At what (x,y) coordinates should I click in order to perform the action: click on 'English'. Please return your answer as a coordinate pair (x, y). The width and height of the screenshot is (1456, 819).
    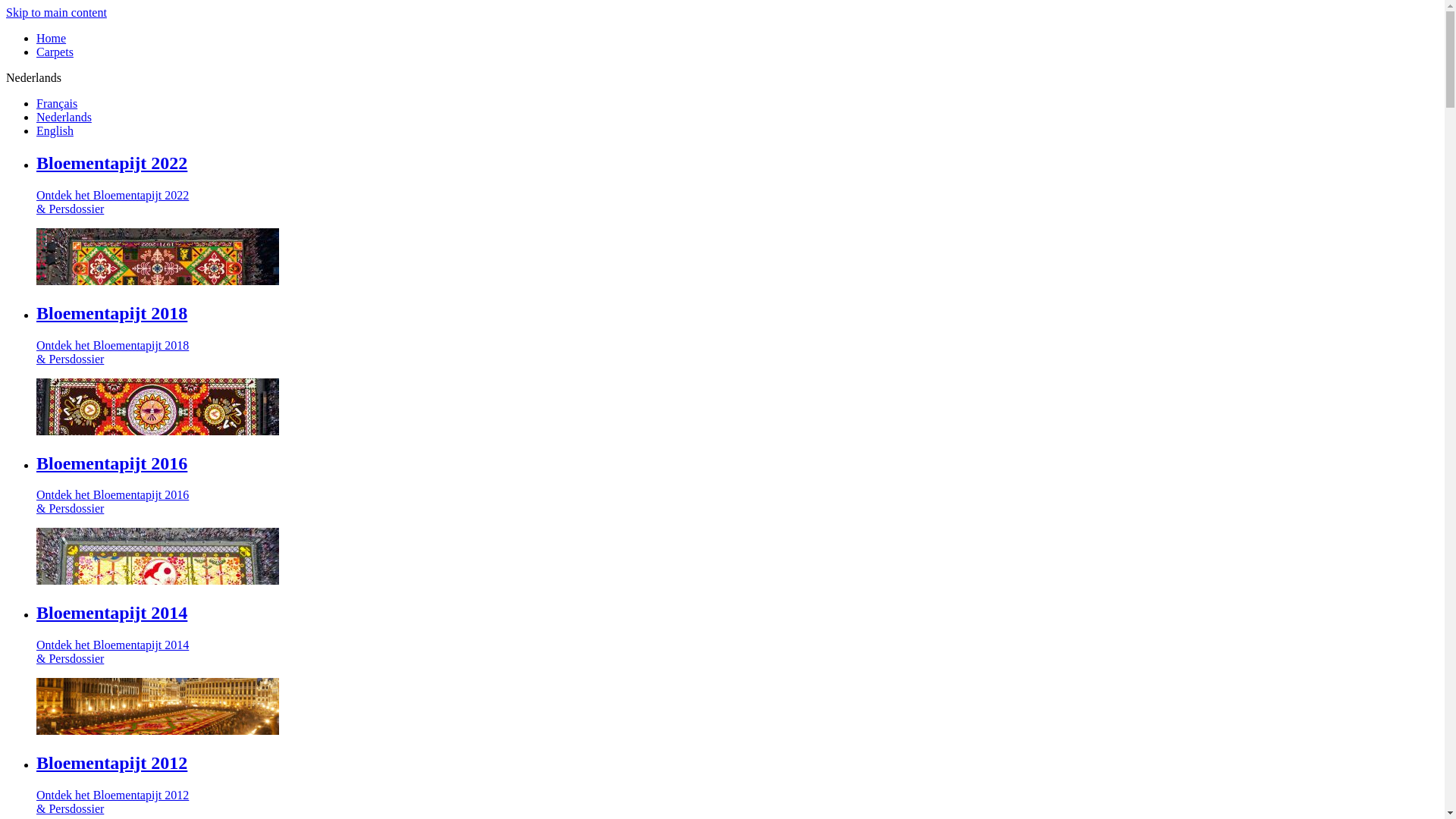
    Looking at the image, I should click on (55, 130).